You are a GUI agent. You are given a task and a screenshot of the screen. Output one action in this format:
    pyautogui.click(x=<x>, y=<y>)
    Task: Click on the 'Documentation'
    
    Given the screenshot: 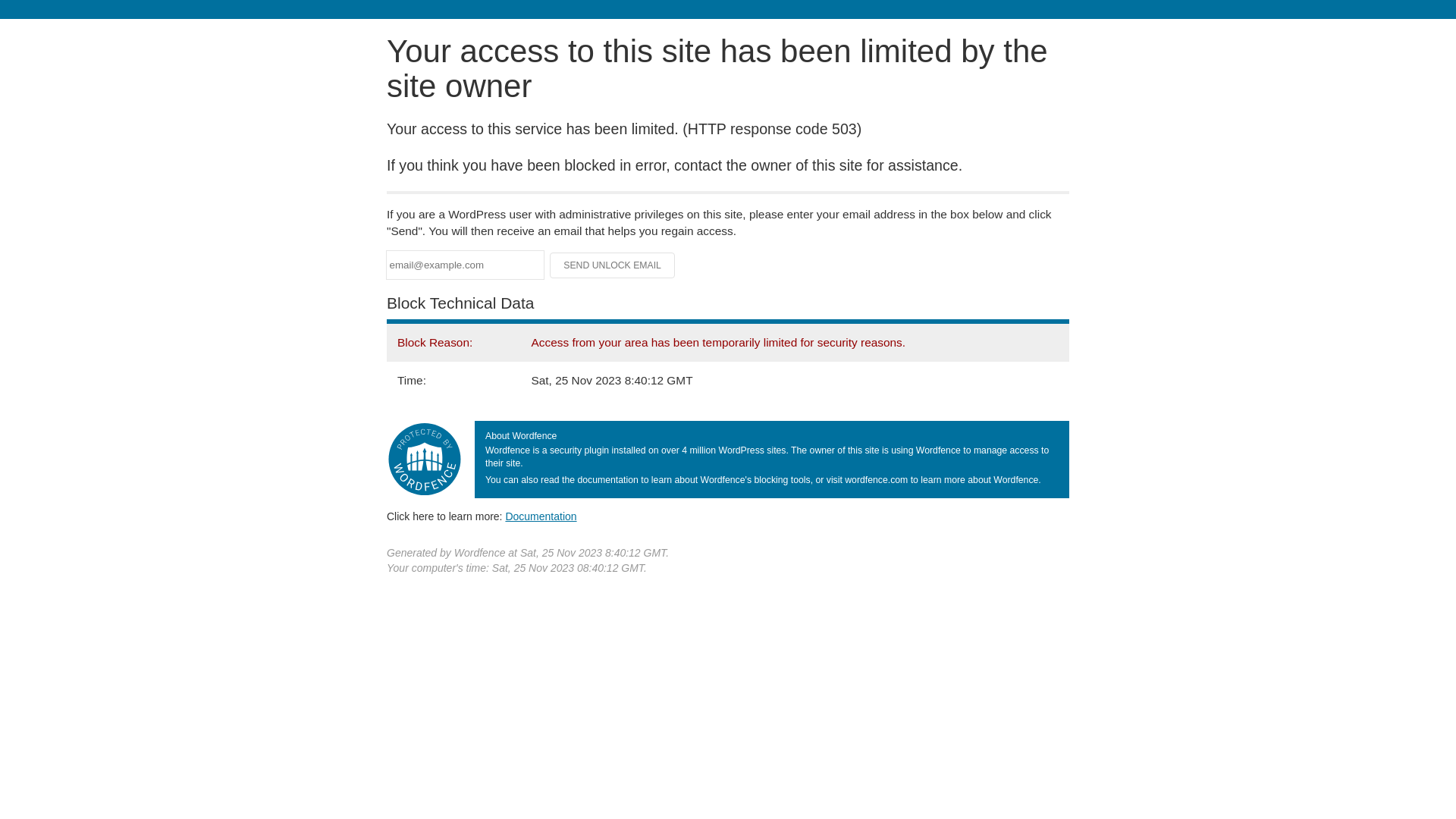 What is the action you would take?
    pyautogui.click(x=541, y=516)
    